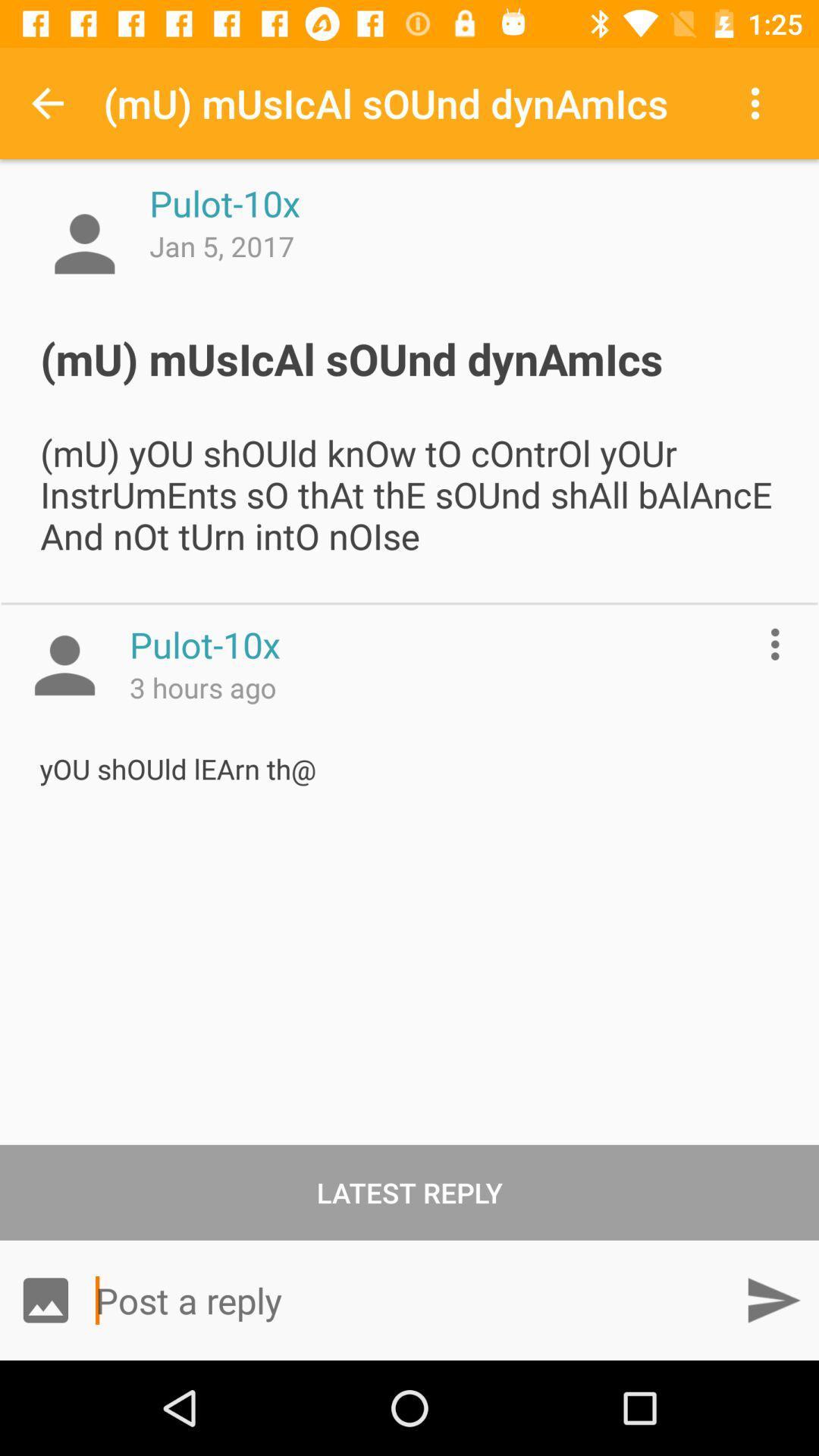 The image size is (819, 1456). I want to click on item next to mu musical sound icon, so click(759, 102).